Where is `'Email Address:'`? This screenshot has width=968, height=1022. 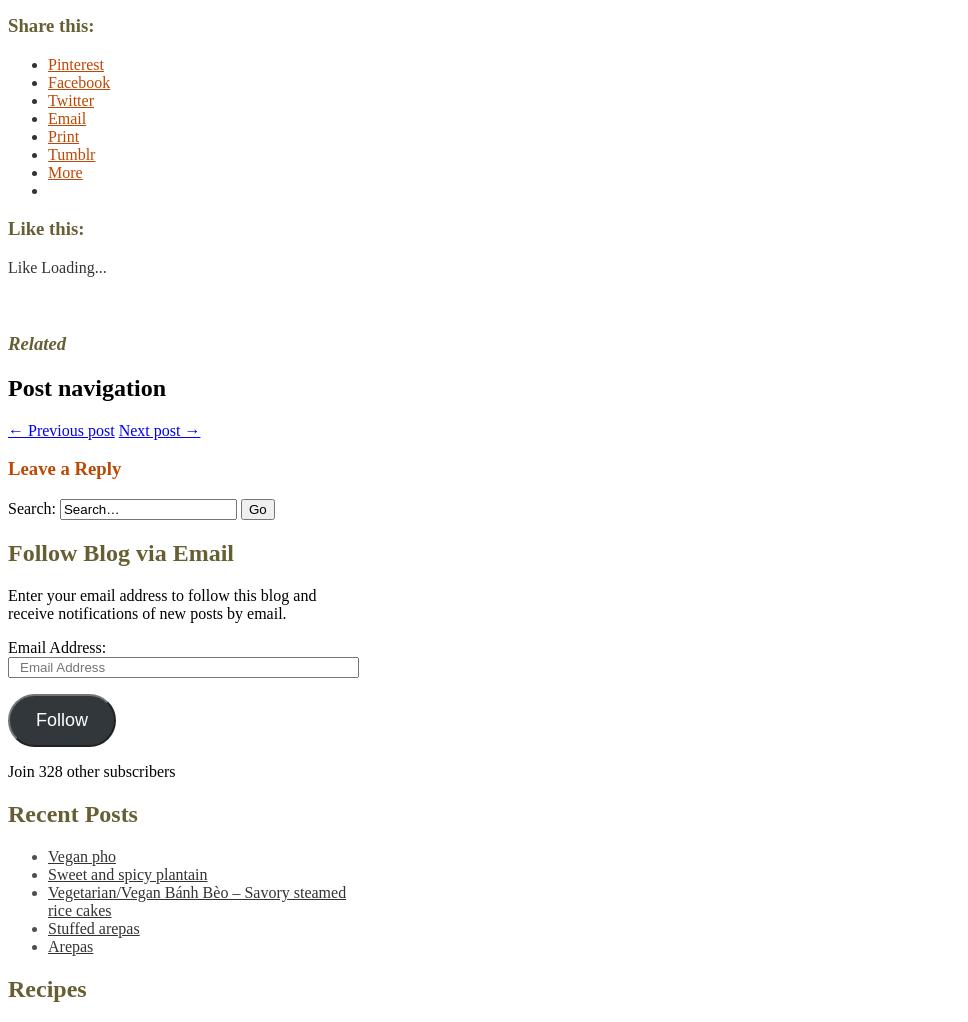
'Email Address:' is located at coordinates (56, 646).